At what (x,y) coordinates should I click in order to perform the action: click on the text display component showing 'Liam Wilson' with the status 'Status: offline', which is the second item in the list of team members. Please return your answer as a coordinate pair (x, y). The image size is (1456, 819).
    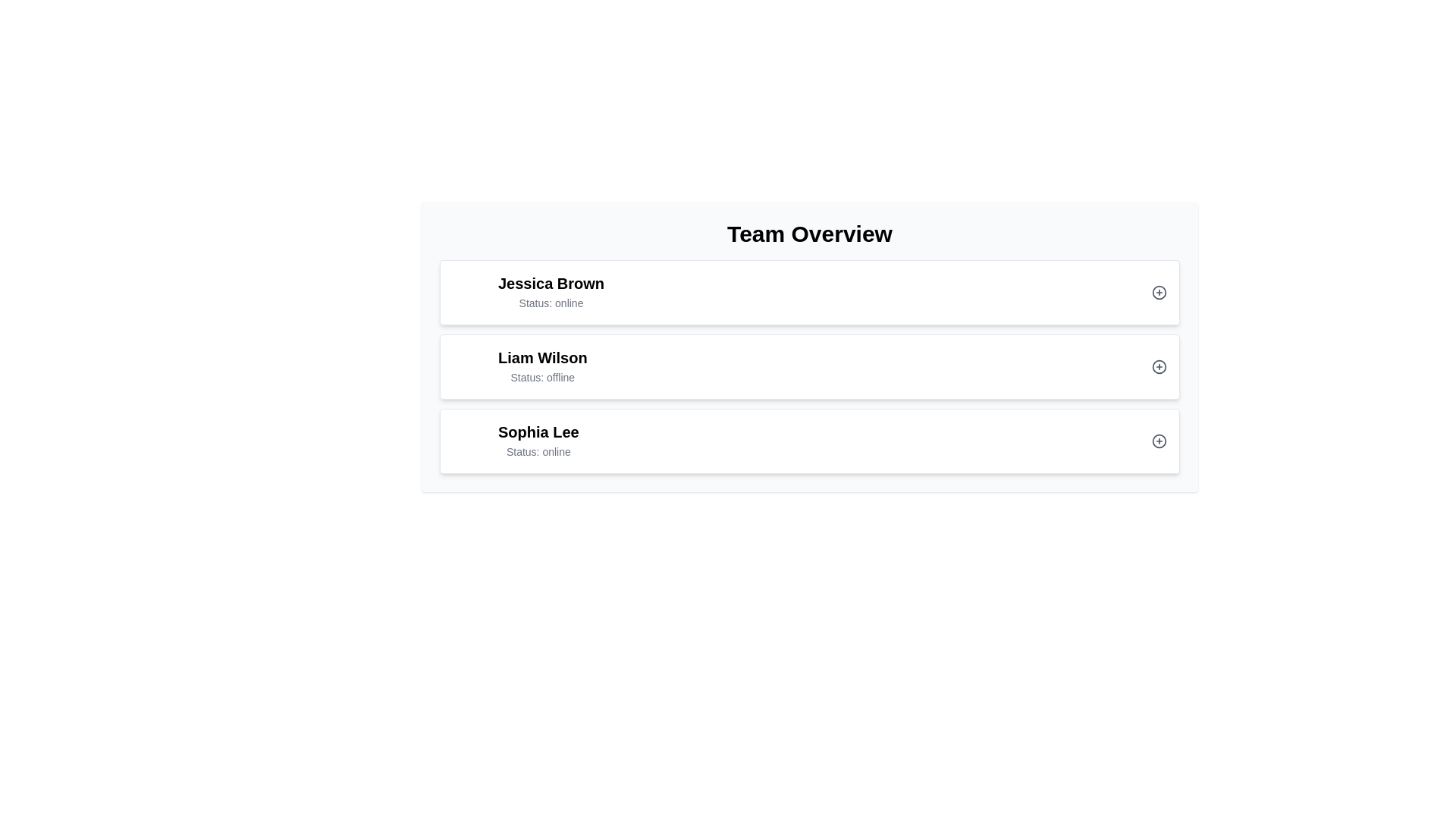
    Looking at the image, I should click on (519, 366).